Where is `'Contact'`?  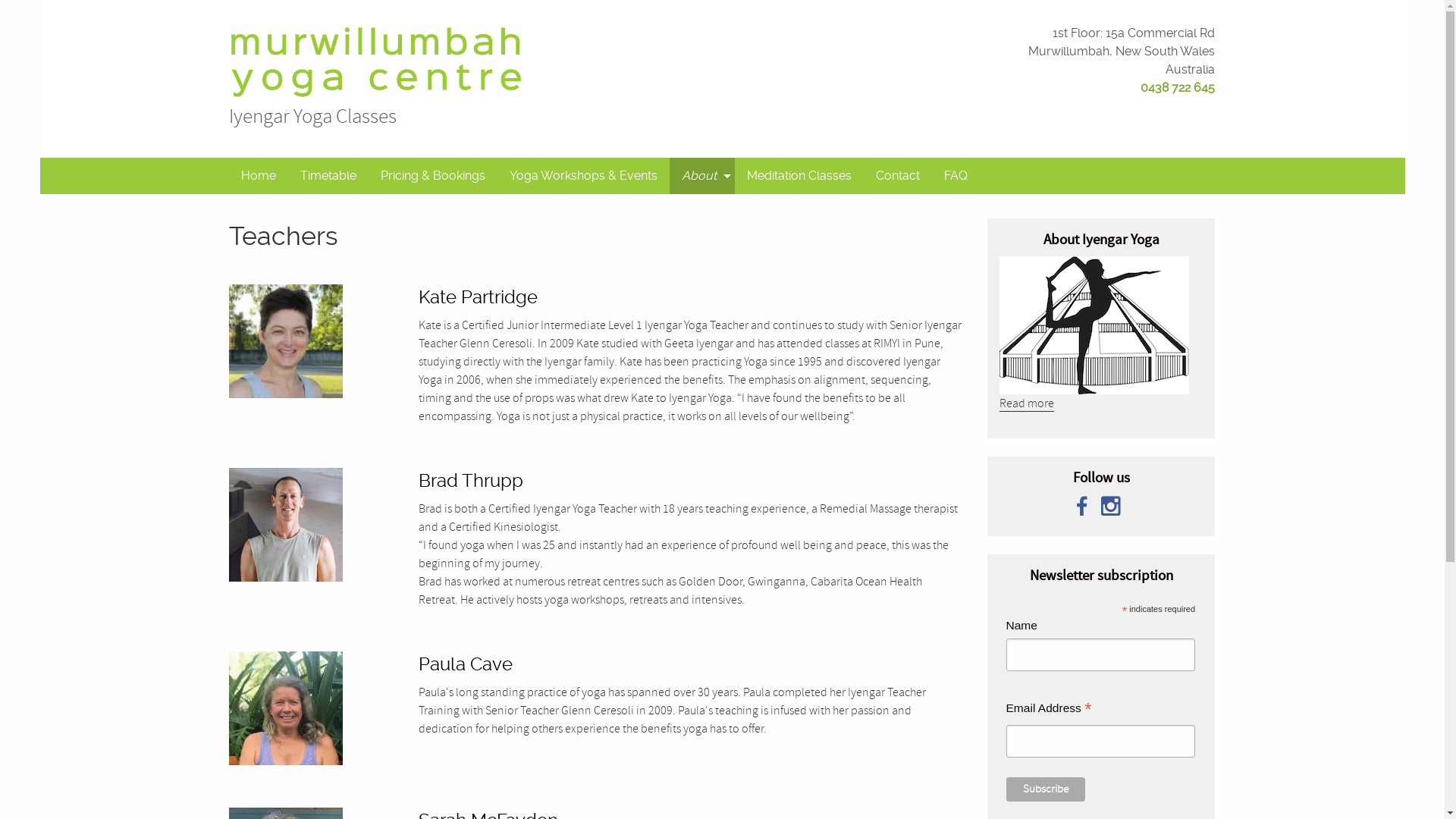
'Contact' is located at coordinates (898, 174).